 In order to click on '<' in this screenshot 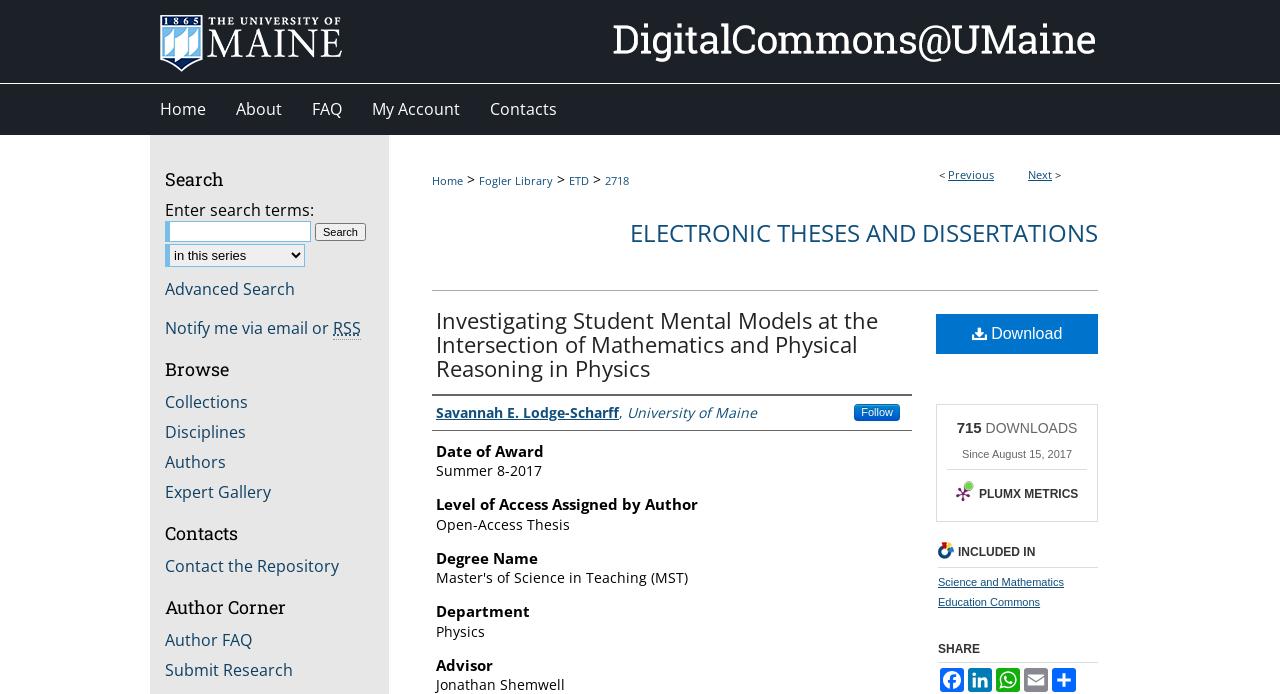, I will do `click(942, 174)`.